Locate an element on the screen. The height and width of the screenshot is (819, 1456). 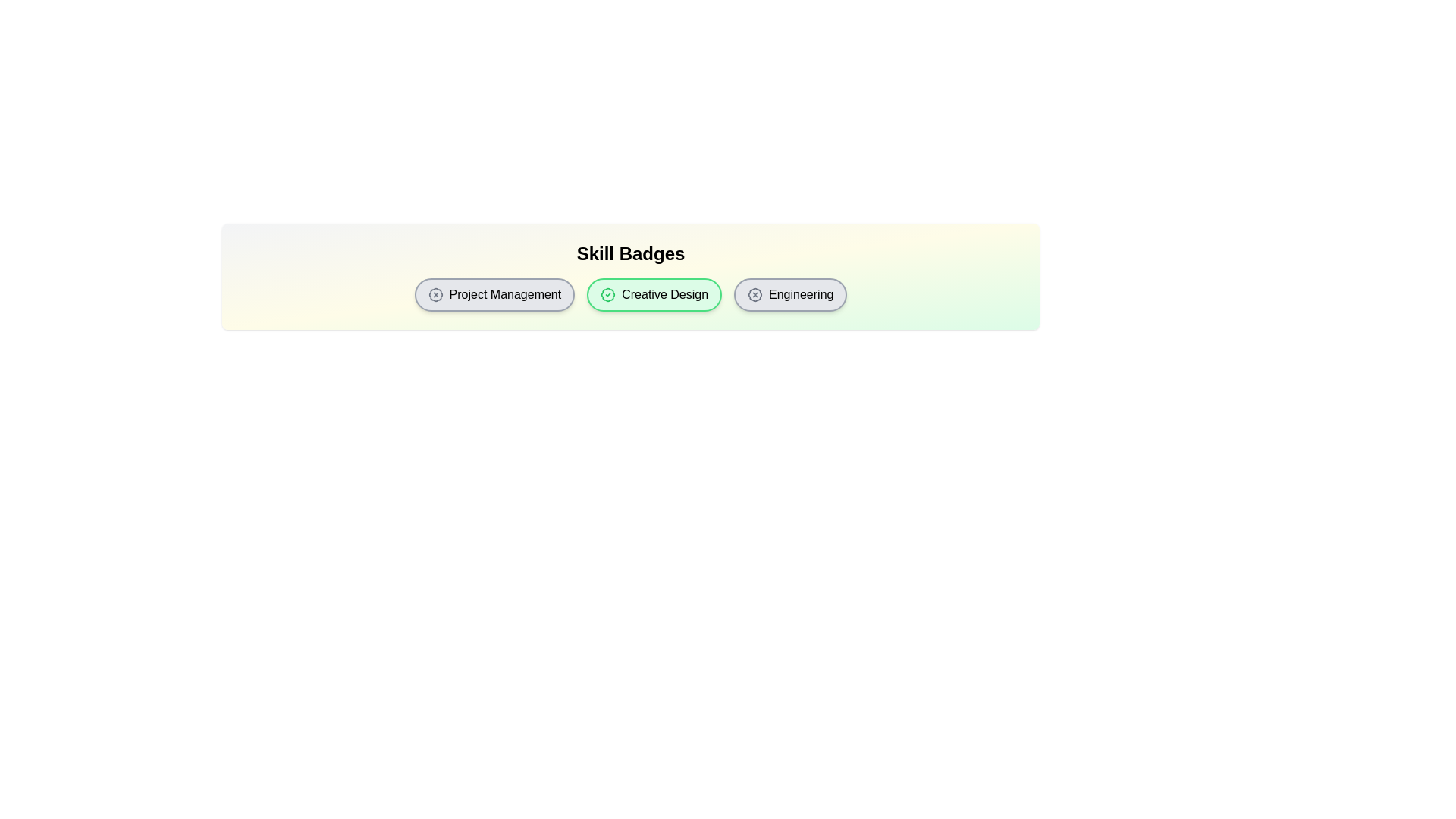
the skill badge labeled Project Management is located at coordinates (494, 295).